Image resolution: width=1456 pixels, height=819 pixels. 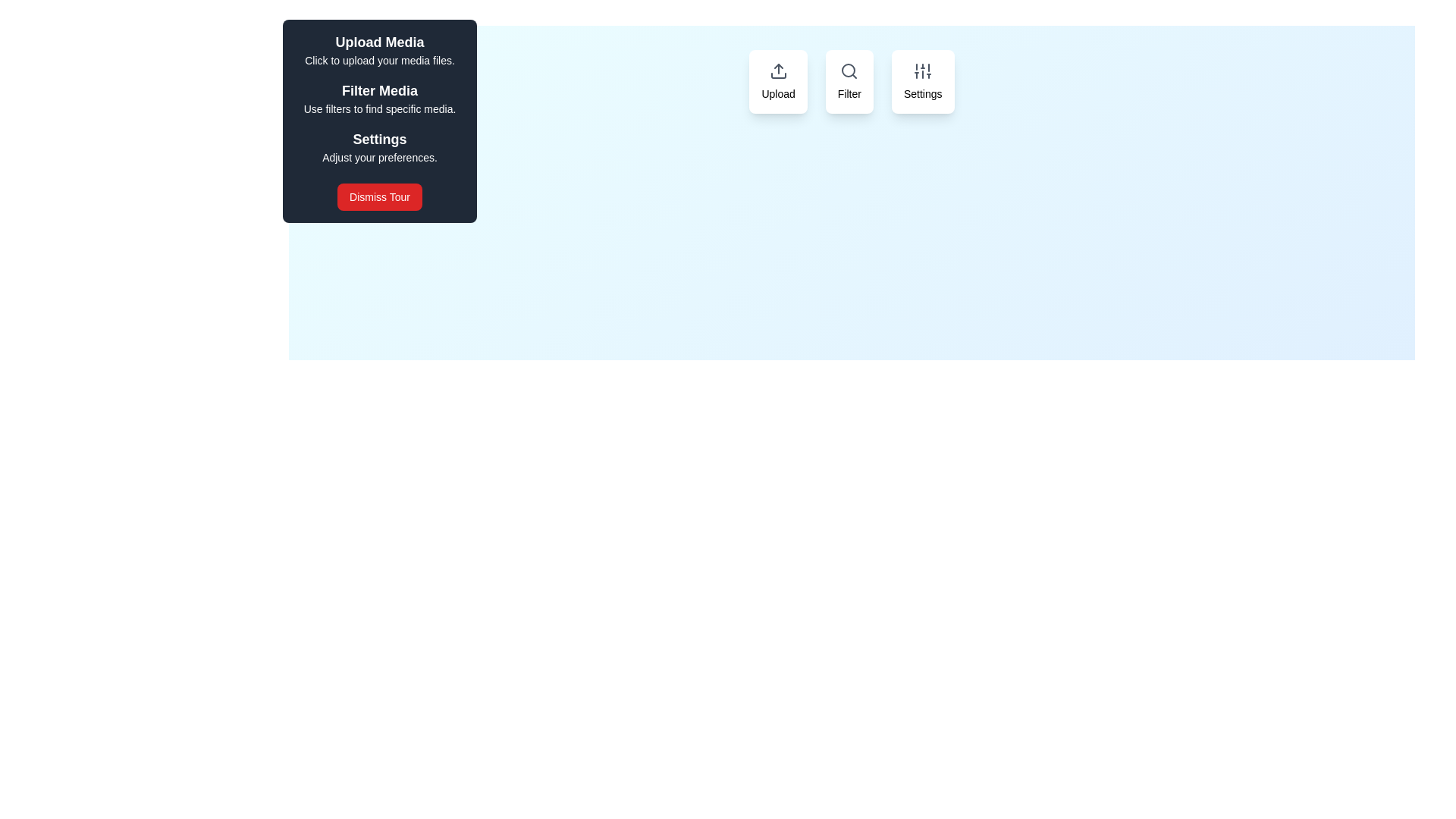 What do you see at coordinates (379, 158) in the screenshot?
I see `the text element displaying 'Adjust your preferences.' which is located below the 'Settings' title in the left panel of the interface` at bounding box center [379, 158].